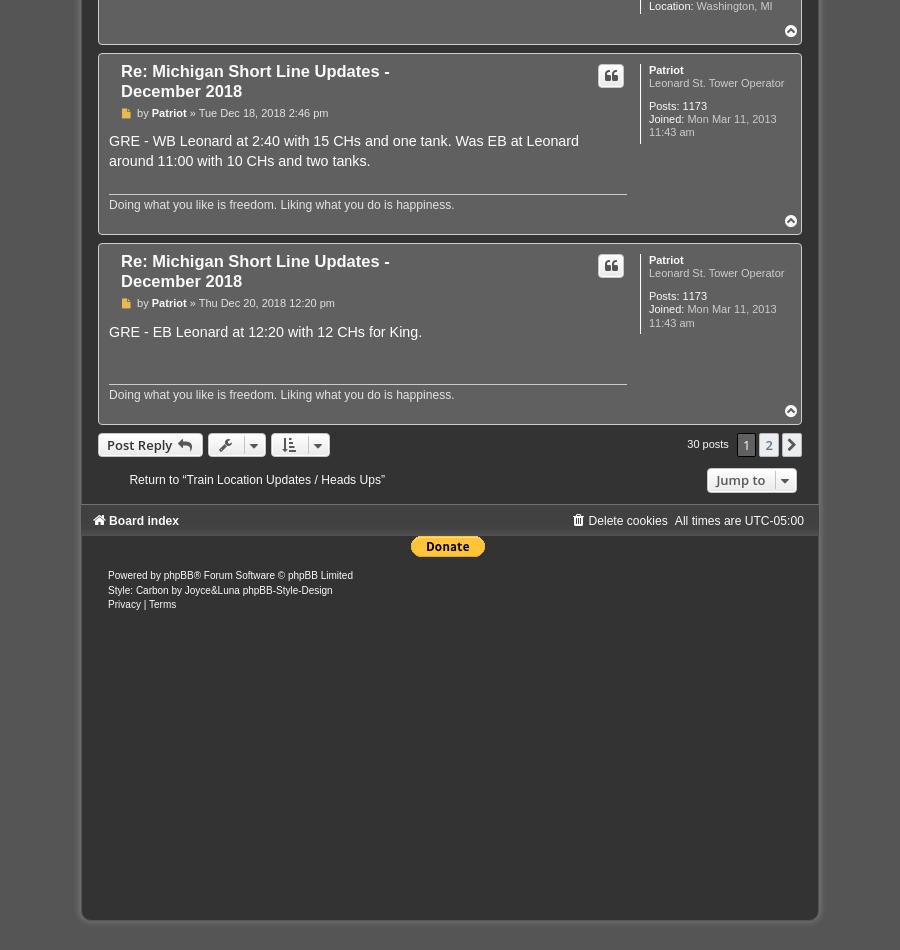 The image size is (900, 950). I want to click on 'phpBB-Style-Design', so click(241, 590).